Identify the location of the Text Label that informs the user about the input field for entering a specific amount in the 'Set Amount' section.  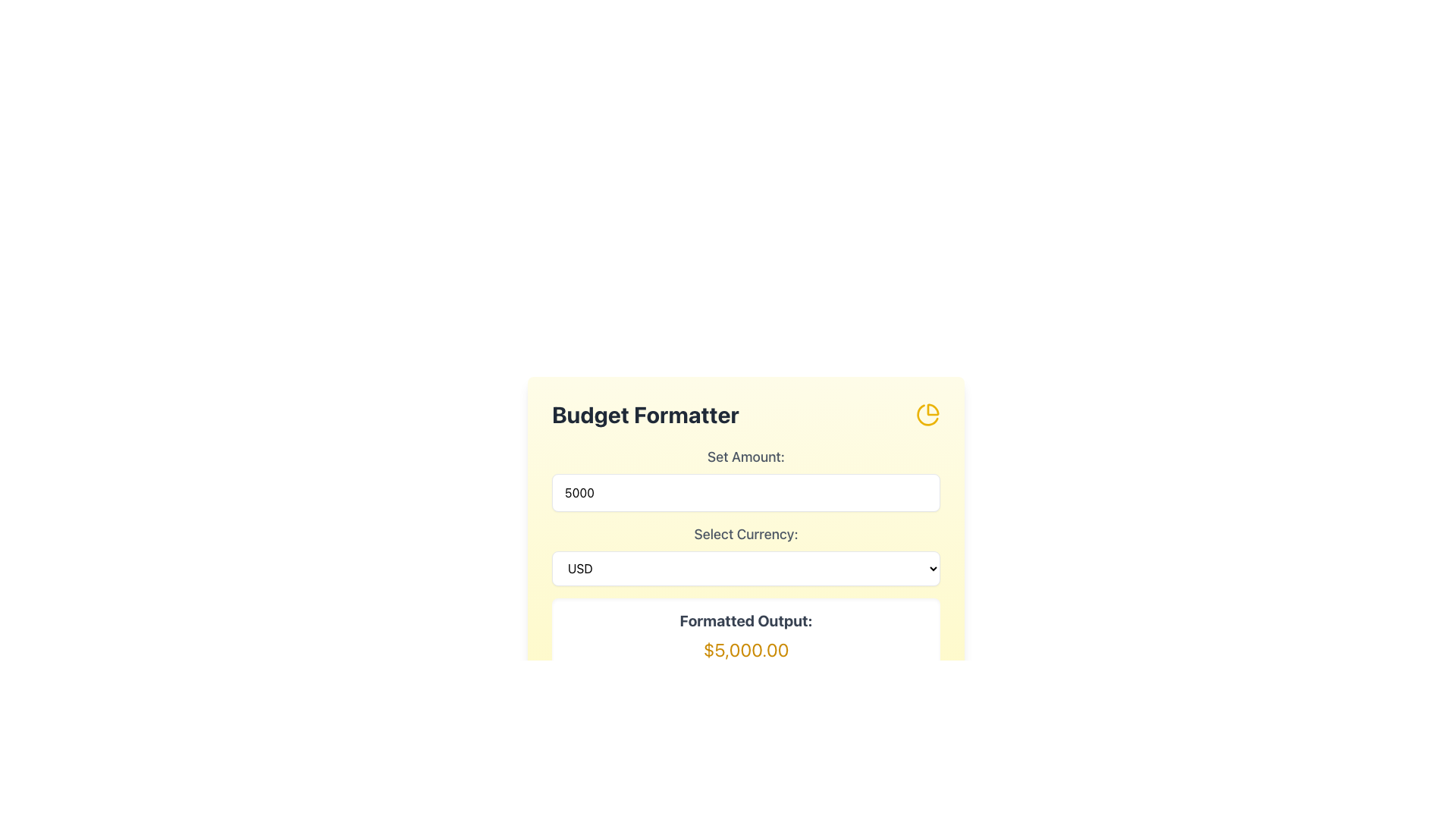
(745, 456).